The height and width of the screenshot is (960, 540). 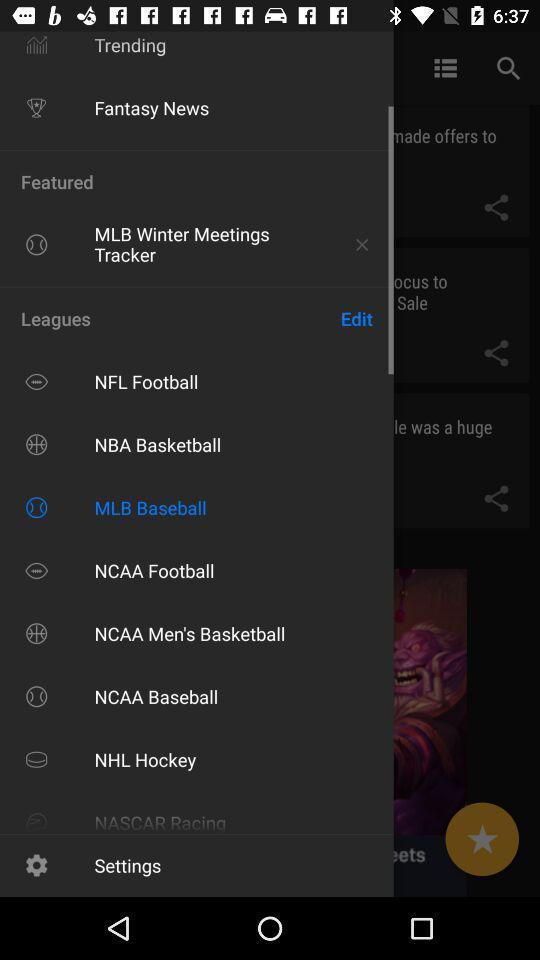 I want to click on the star icon, so click(x=481, y=839).